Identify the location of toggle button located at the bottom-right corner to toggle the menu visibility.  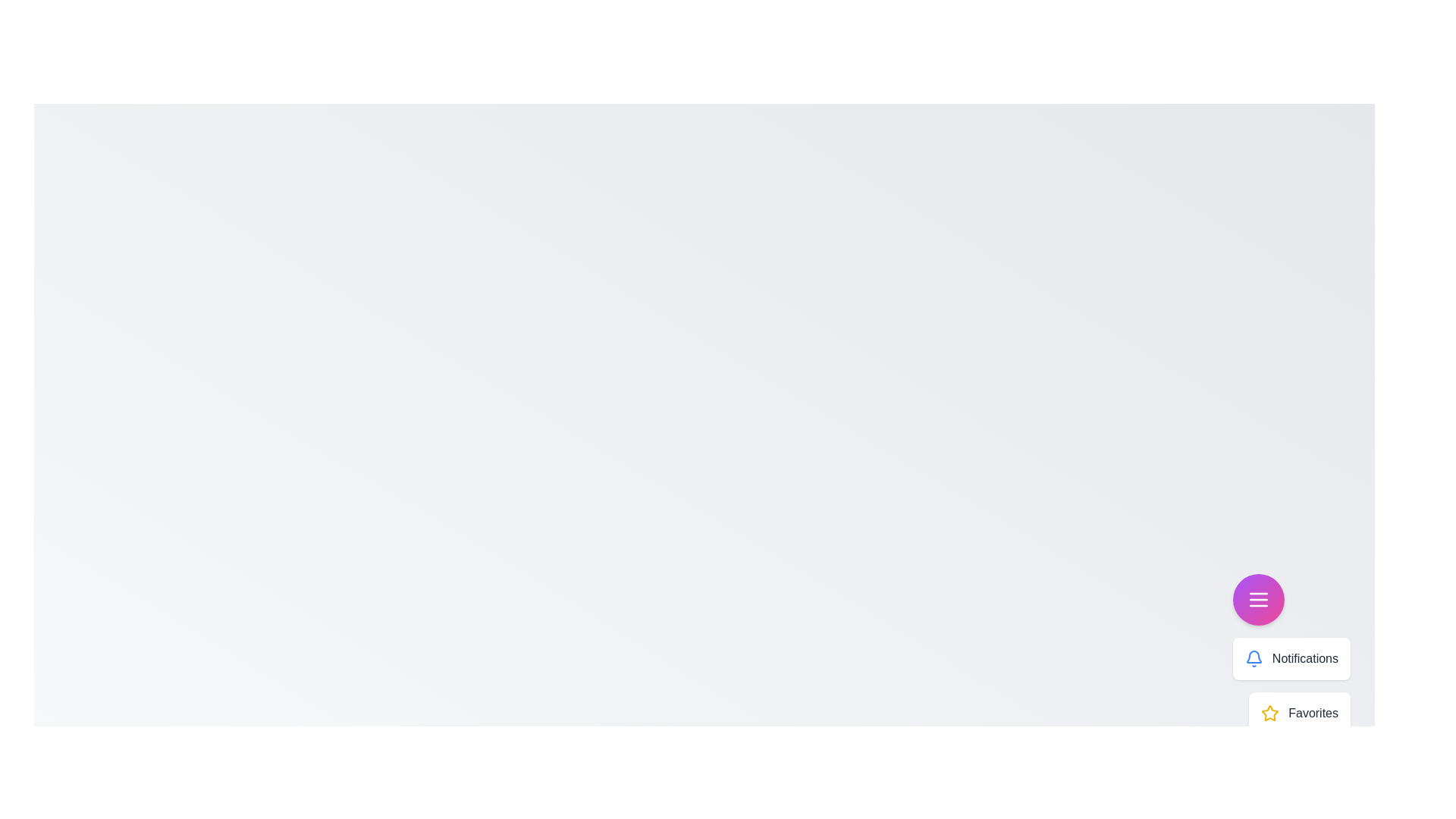
(1258, 598).